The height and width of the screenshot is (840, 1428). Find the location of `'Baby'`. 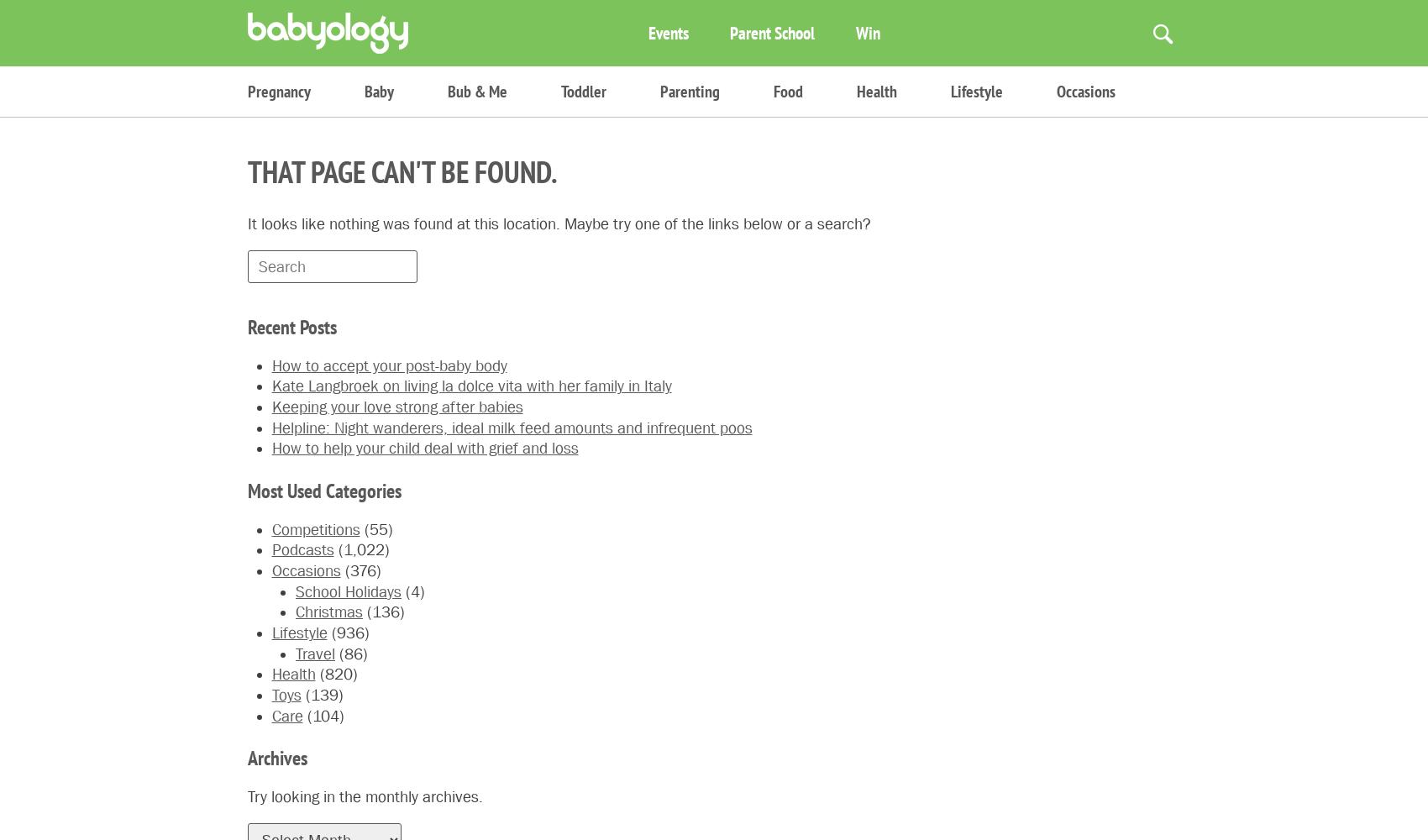

'Baby' is located at coordinates (379, 91).